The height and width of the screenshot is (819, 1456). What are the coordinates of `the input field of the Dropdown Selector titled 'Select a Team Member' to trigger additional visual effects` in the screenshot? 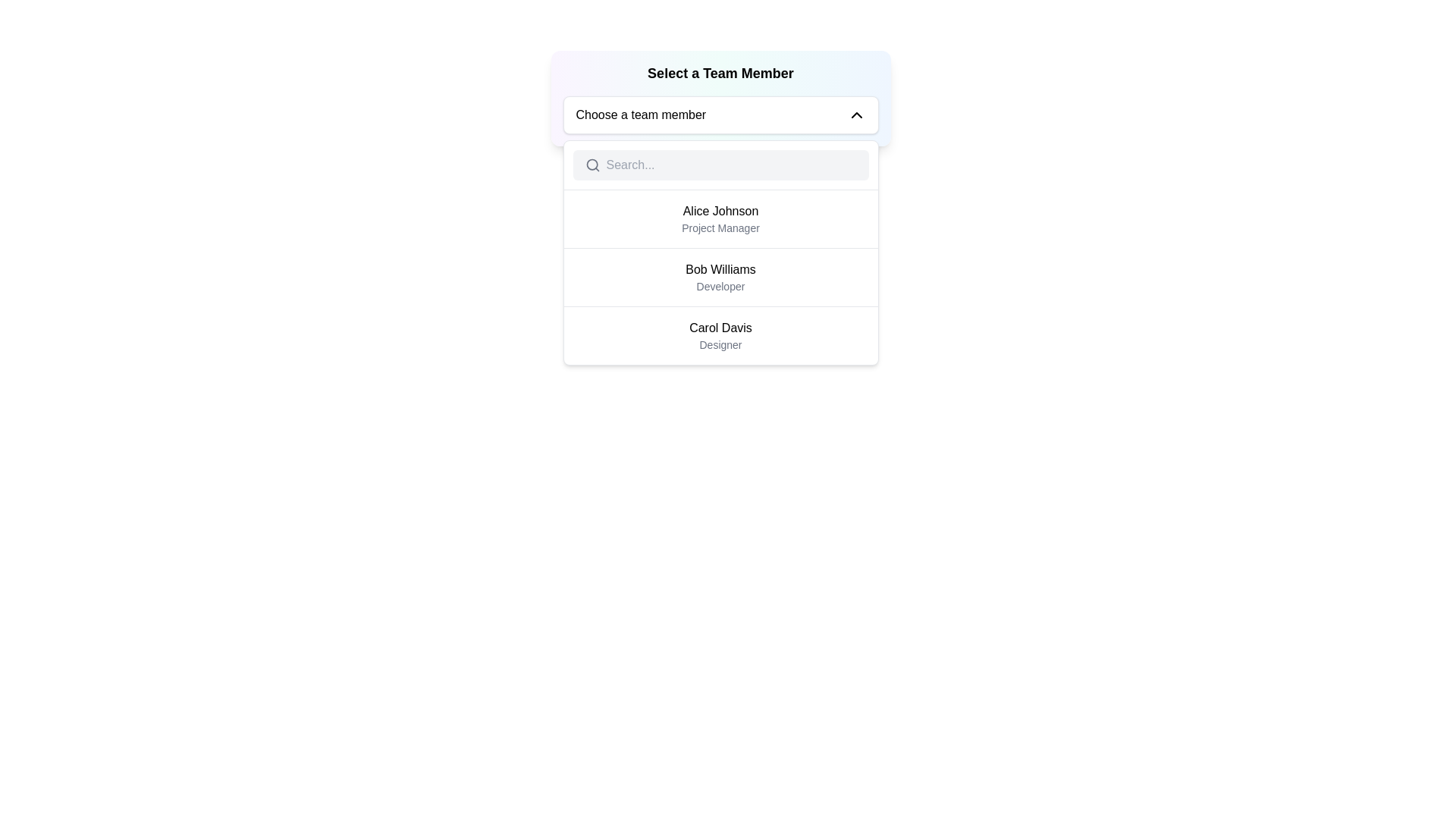 It's located at (720, 99).